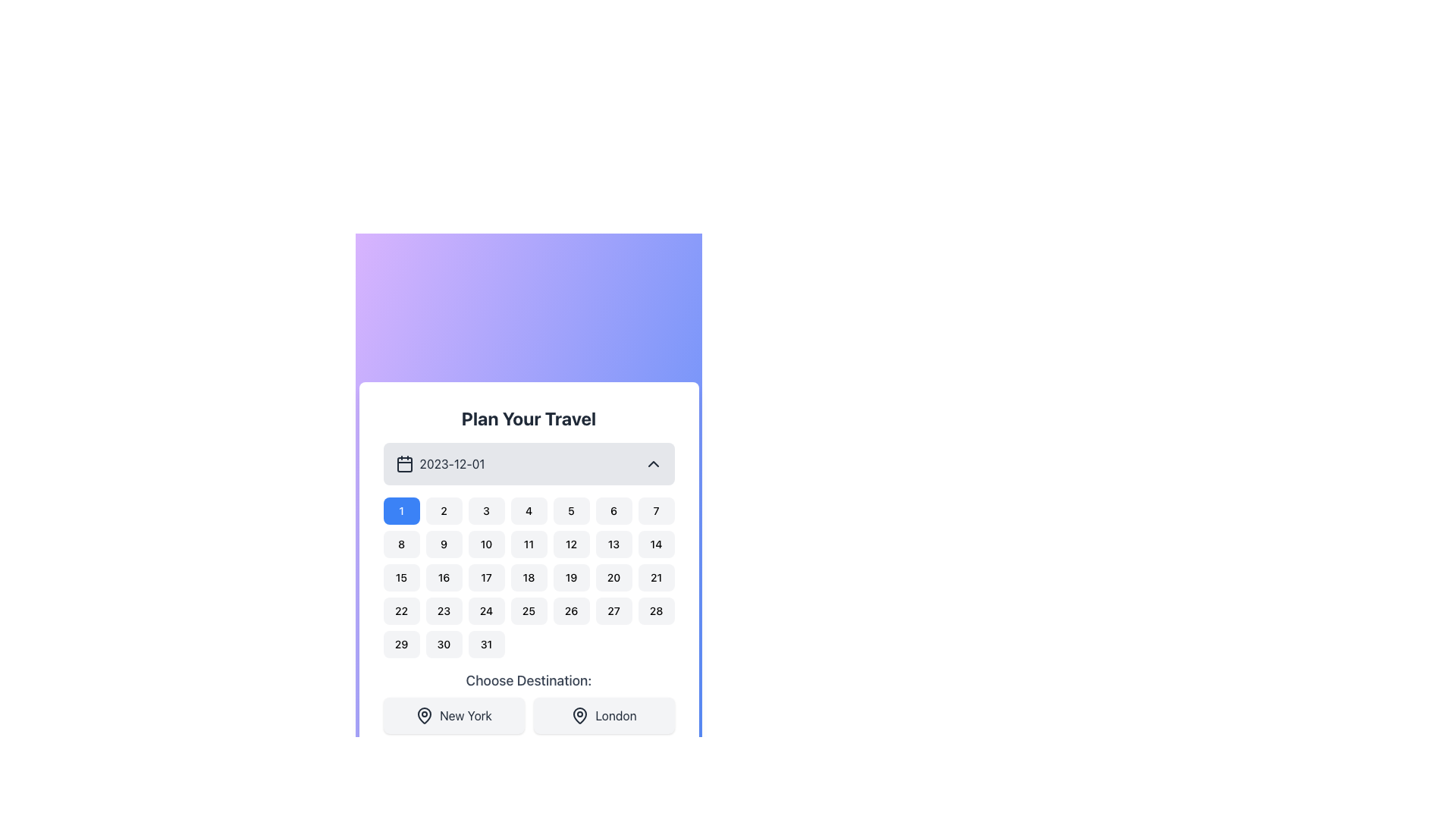 The width and height of the screenshot is (1456, 819). I want to click on the button displaying the number '22', which is a light gray rectangular button with rounded corners, located in the bottom row of a grid layout representing a calendar, so click(401, 610).